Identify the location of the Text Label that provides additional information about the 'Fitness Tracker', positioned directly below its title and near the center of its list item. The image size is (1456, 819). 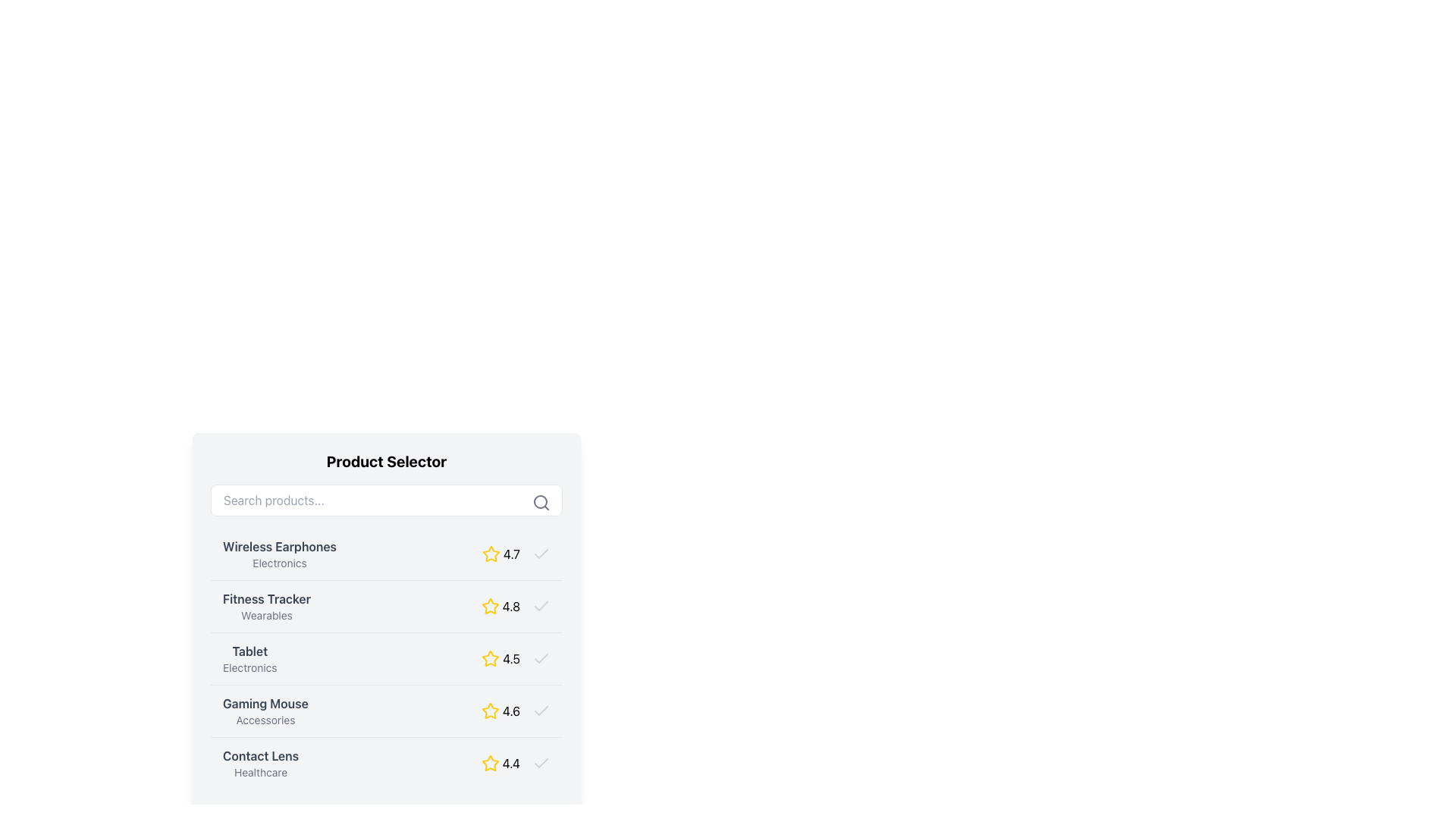
(266, 616).